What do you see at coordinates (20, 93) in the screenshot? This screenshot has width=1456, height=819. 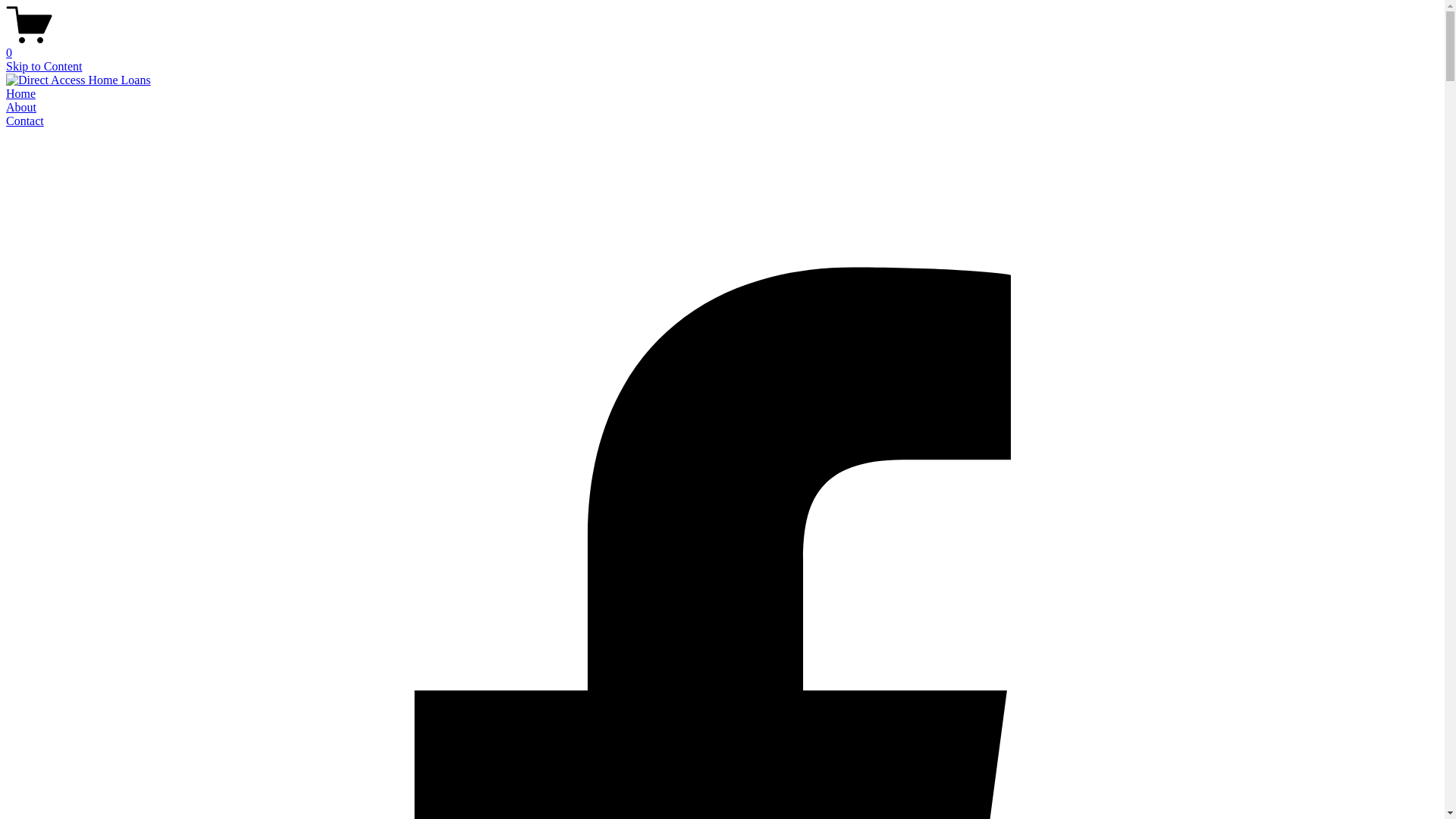 I see `'Home'` at bounding box center [20, 93].